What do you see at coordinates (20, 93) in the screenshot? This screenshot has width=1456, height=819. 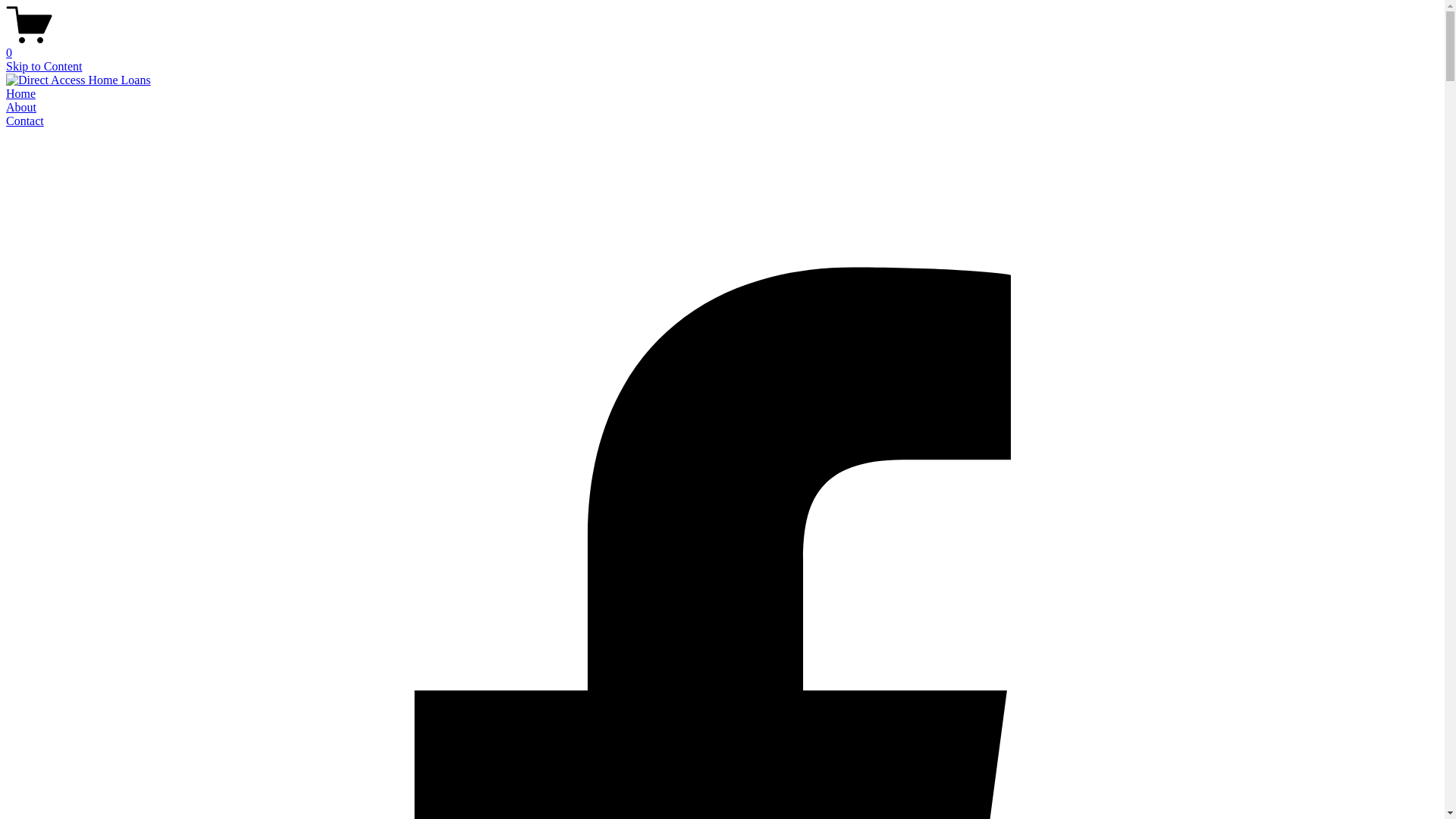 I see `'Home'` at bounding box center [20, 93].